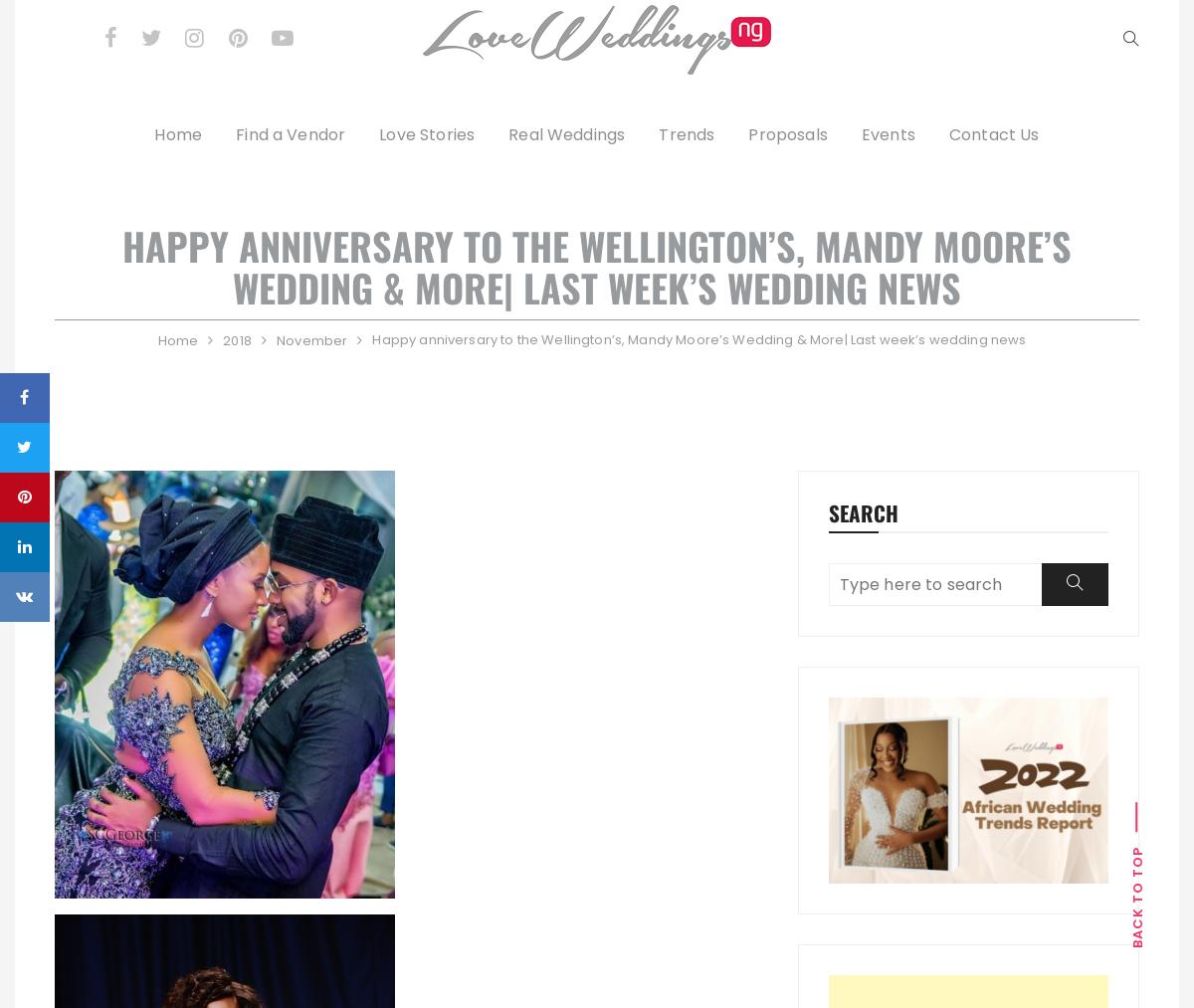 This screenshot has height=1008, width=1194. I want to click on '2018', so click(235, 339).